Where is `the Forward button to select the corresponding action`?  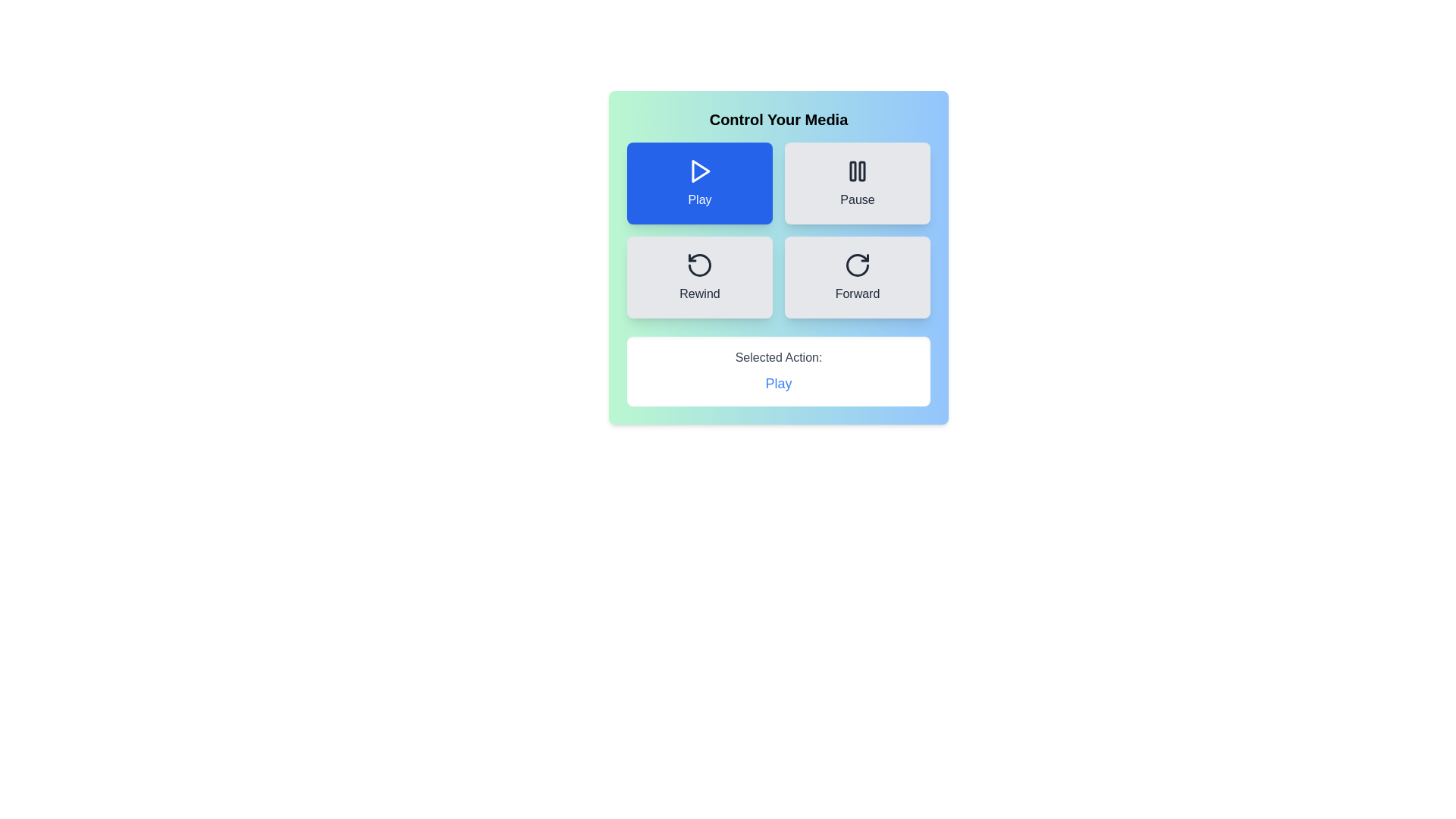
the Forward button to select the corresponding action is located at coordinates (858, 278).